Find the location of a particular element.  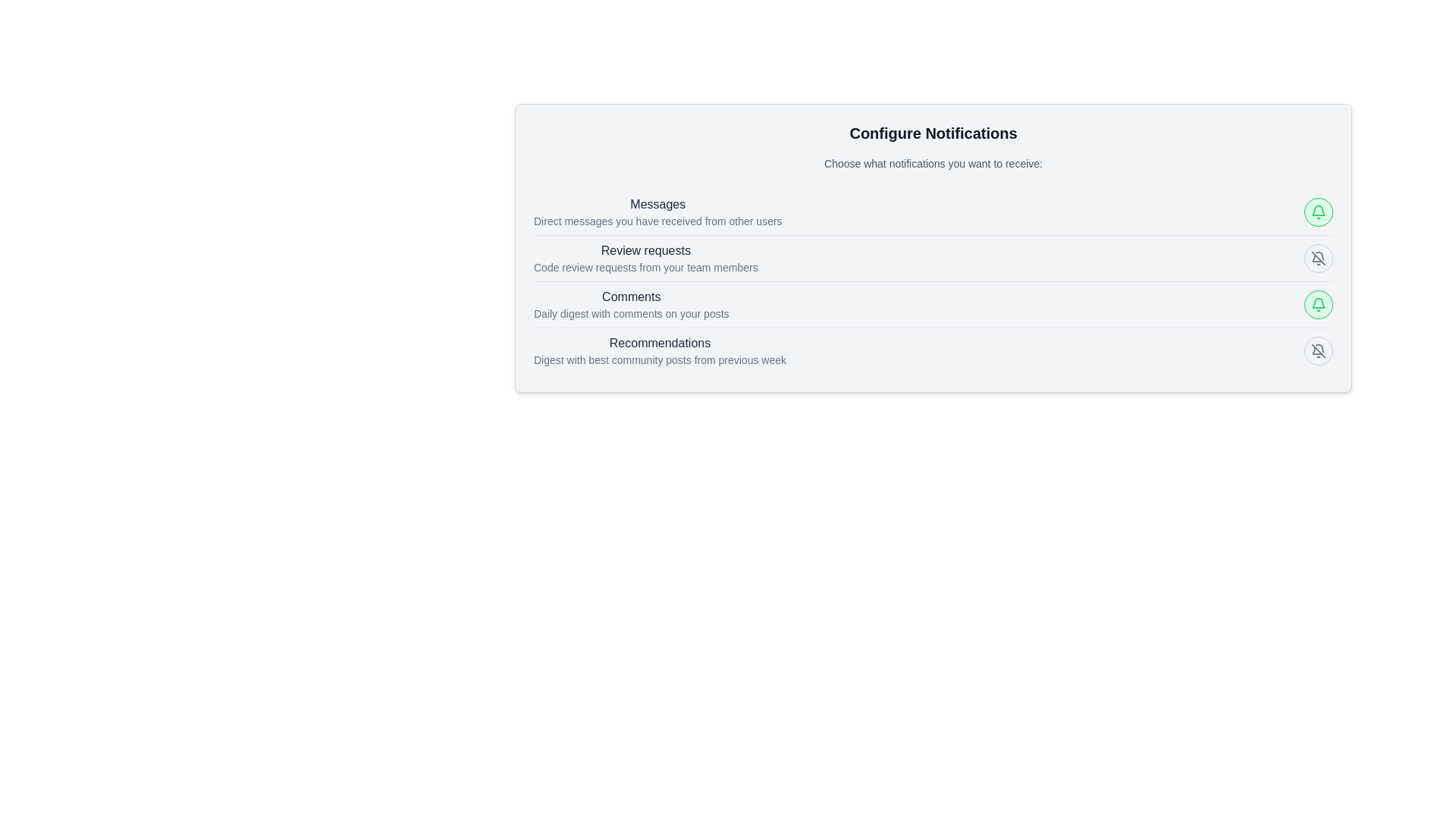

the interactive notification toggle for code review requests to change its notification state is located at coordinates (932, 257).